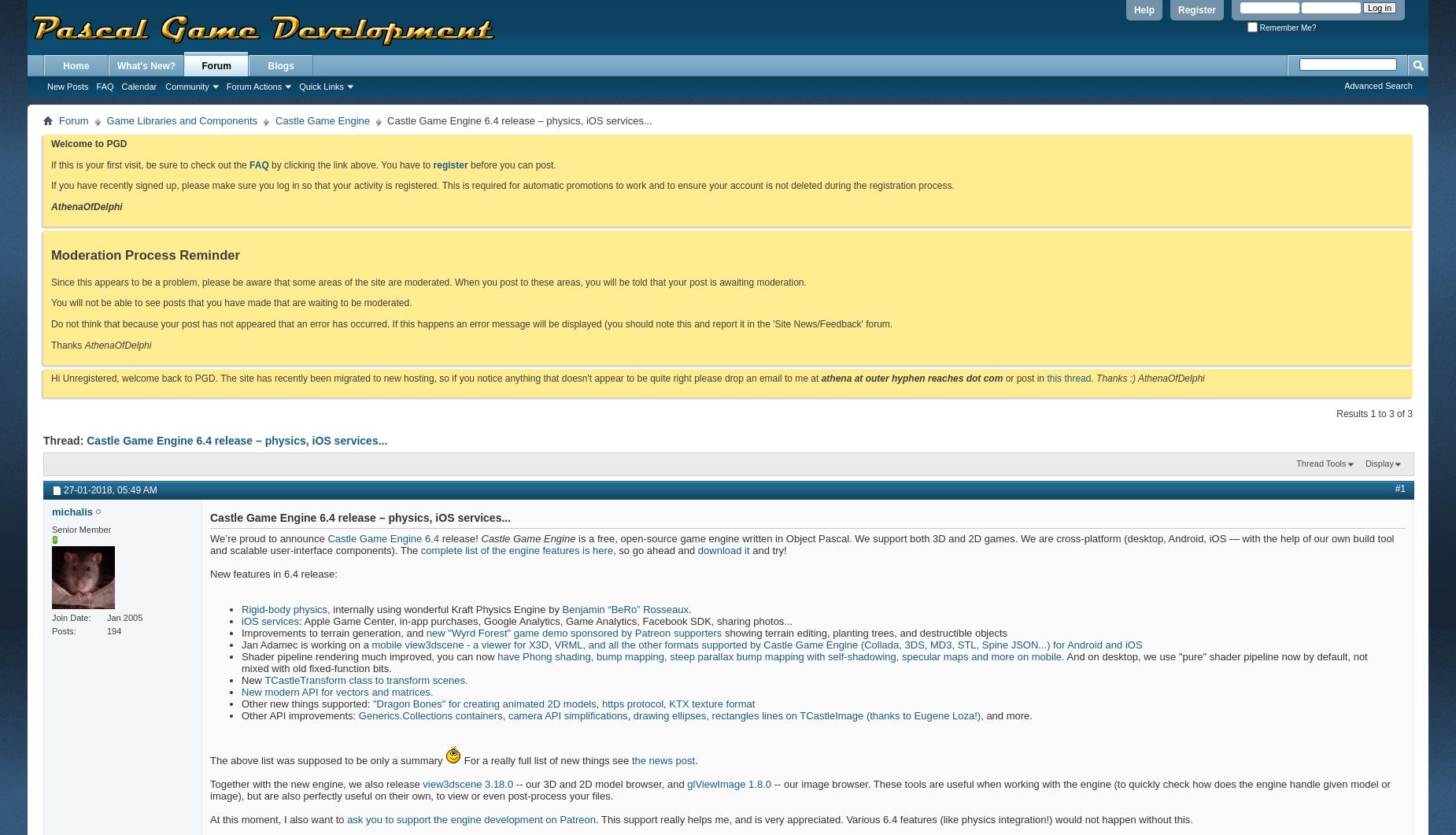 Image resolution: width=1456 pixels, height=835 pixels. I want to click on 'What's New?', so click(145, 66).